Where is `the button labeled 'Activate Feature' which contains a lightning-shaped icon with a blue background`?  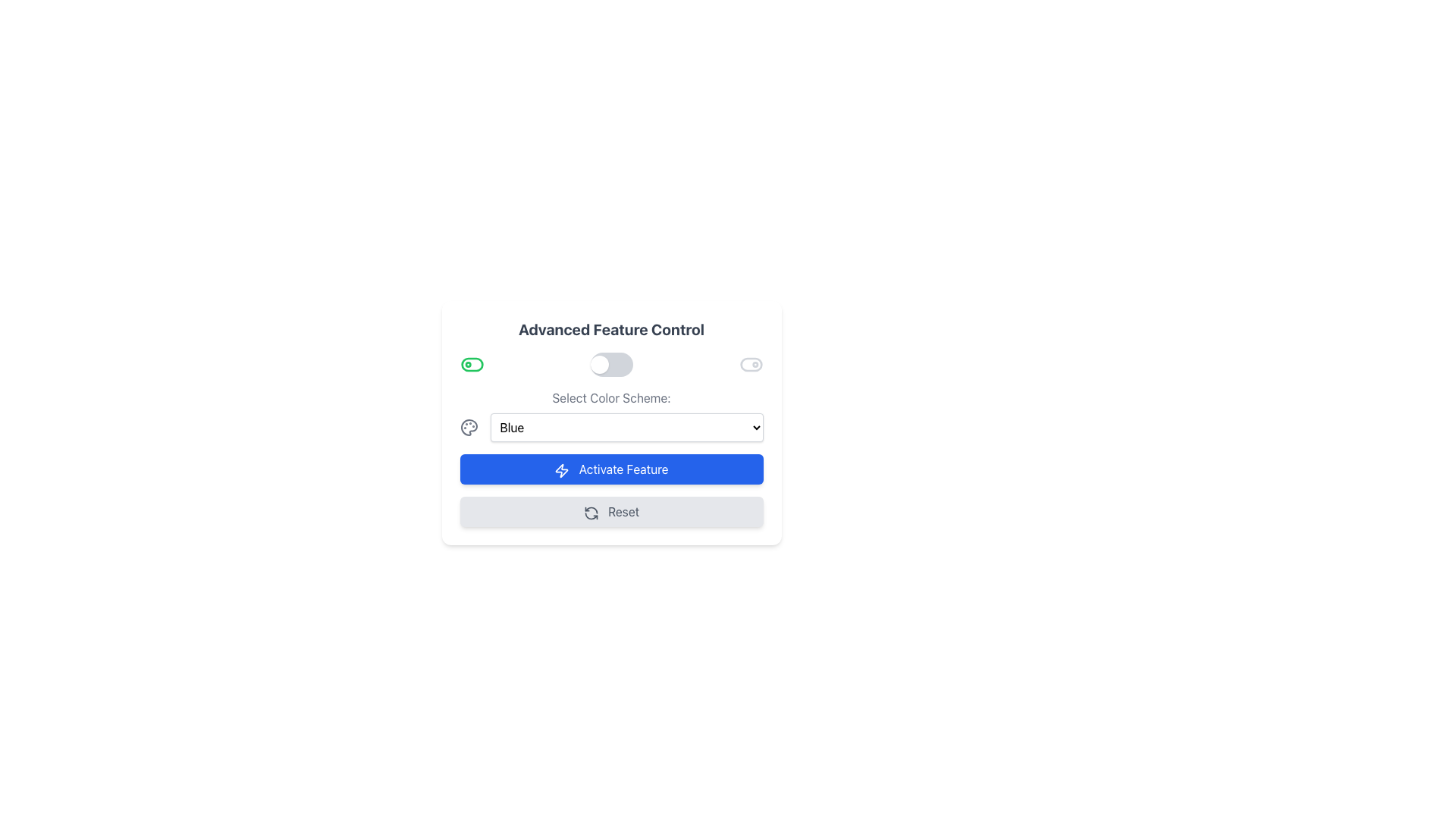
the button labeled 'Activate Feature' which contains a lightning-shaped icon with a blue background is located at coordinates (561, 469).